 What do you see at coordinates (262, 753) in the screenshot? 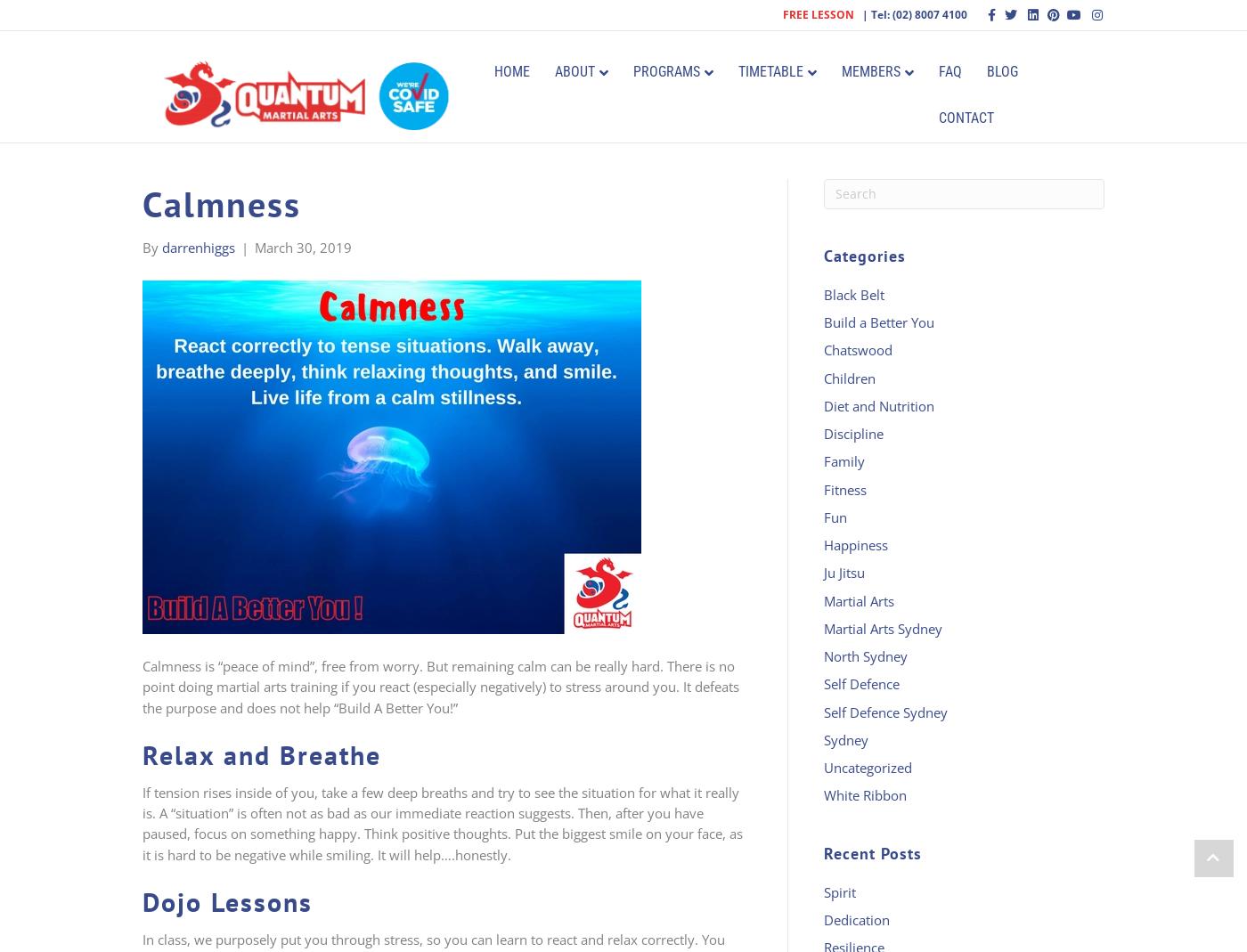
I see `'Relax and Breathe'` at bounding box center [262, 753].